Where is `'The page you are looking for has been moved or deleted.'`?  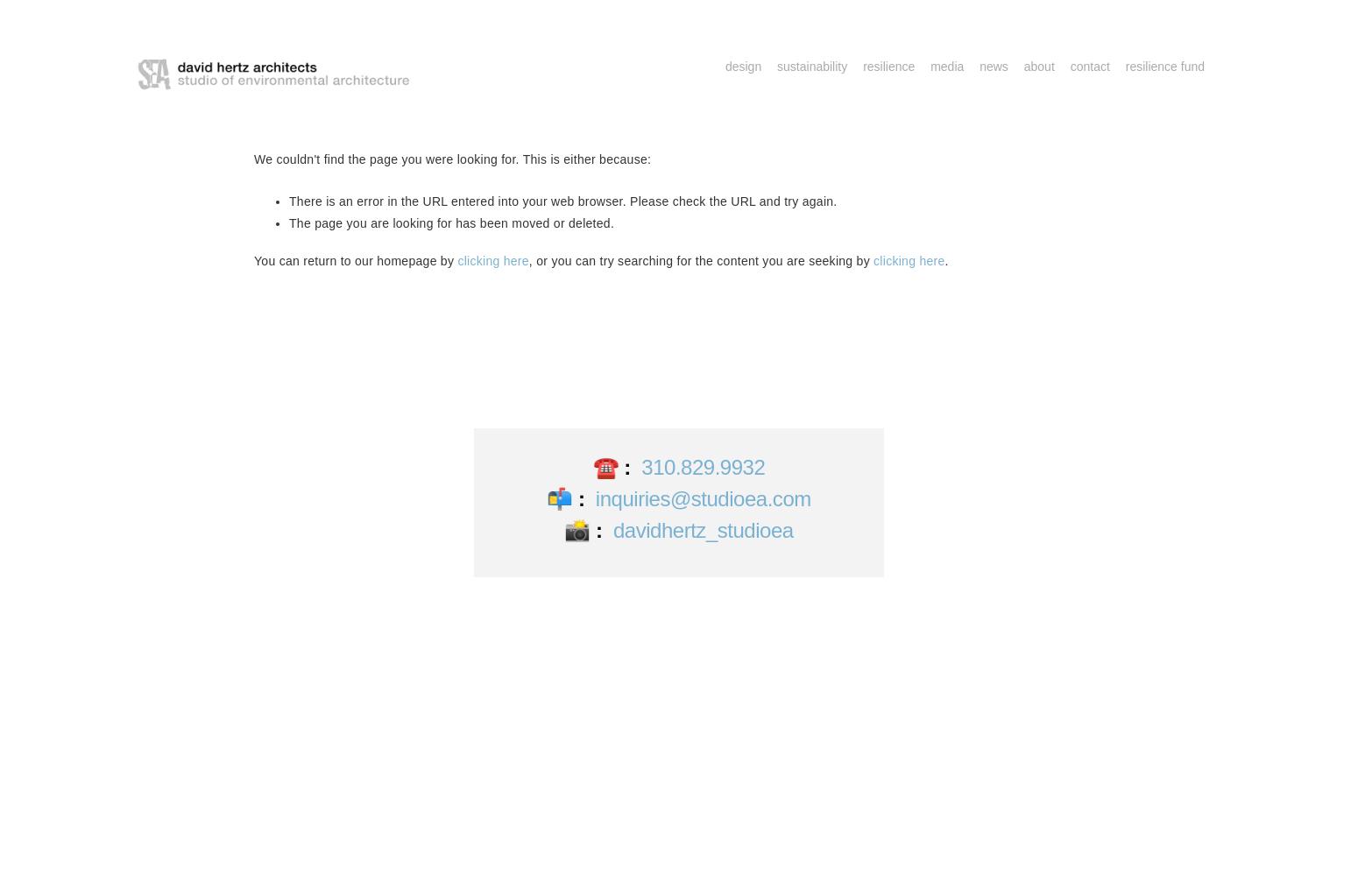 'The page you are looking for has been moved or deleted.' is located at coordinates (450, 223).